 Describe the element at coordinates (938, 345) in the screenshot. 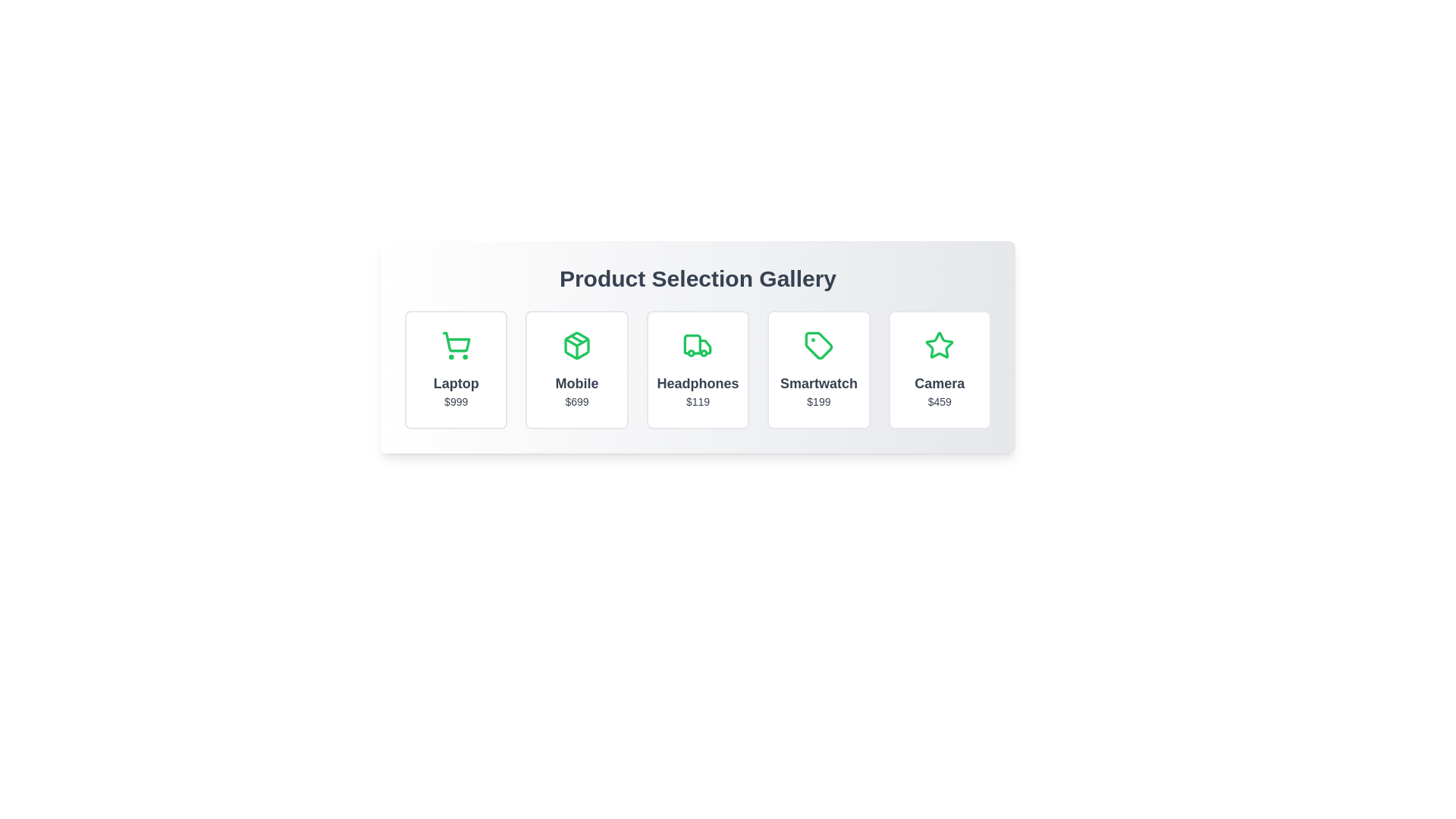

I see `the surrounding card by clicking on the star icon located within the 'Camera' product card in the 'Product Selection Gallery'` at that location.